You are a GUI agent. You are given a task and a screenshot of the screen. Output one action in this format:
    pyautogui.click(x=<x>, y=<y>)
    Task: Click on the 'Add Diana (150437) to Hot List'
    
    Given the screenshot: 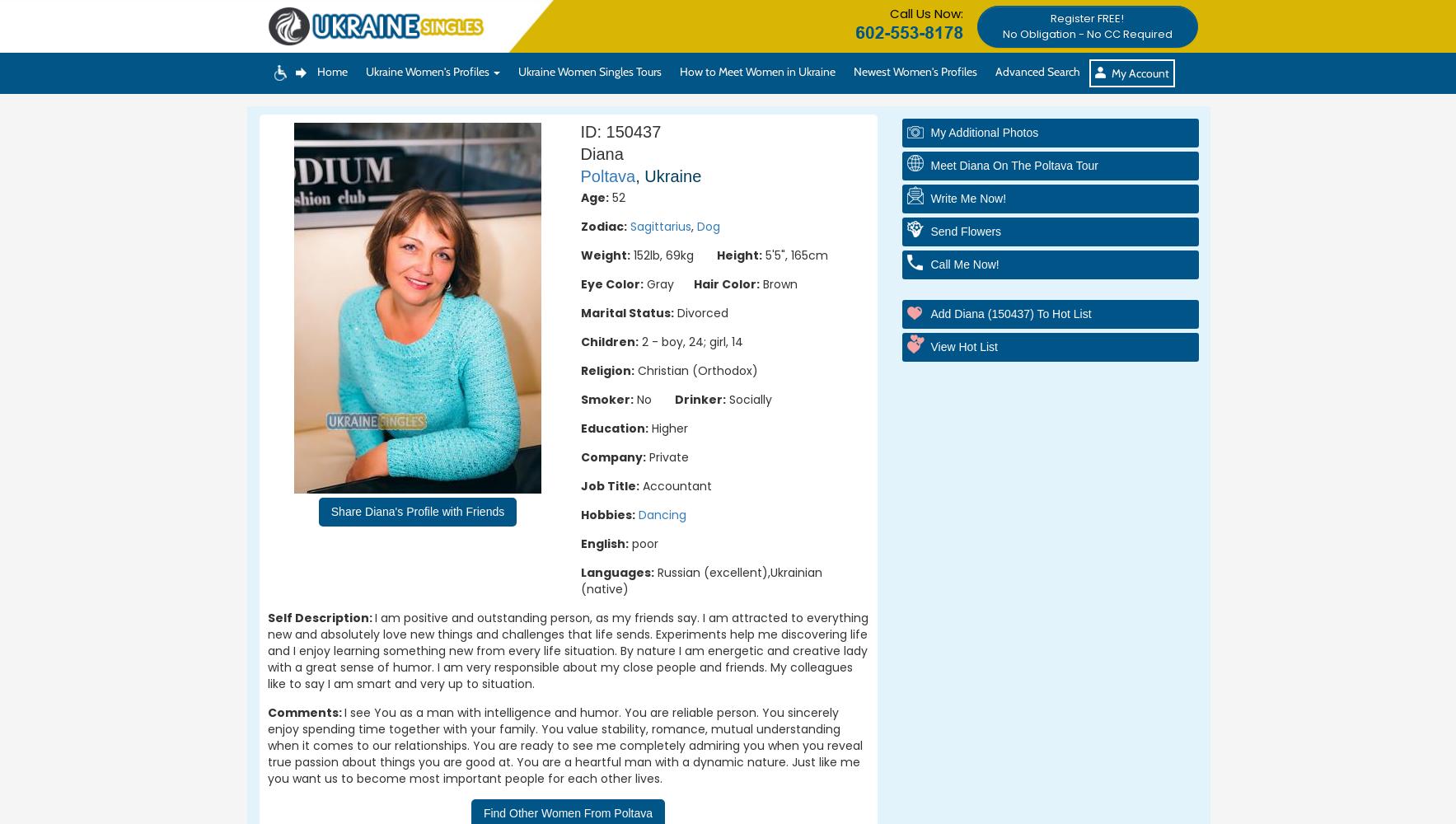 What is the action you would take?
    pyautogui.click(x=1009, y=314)
    